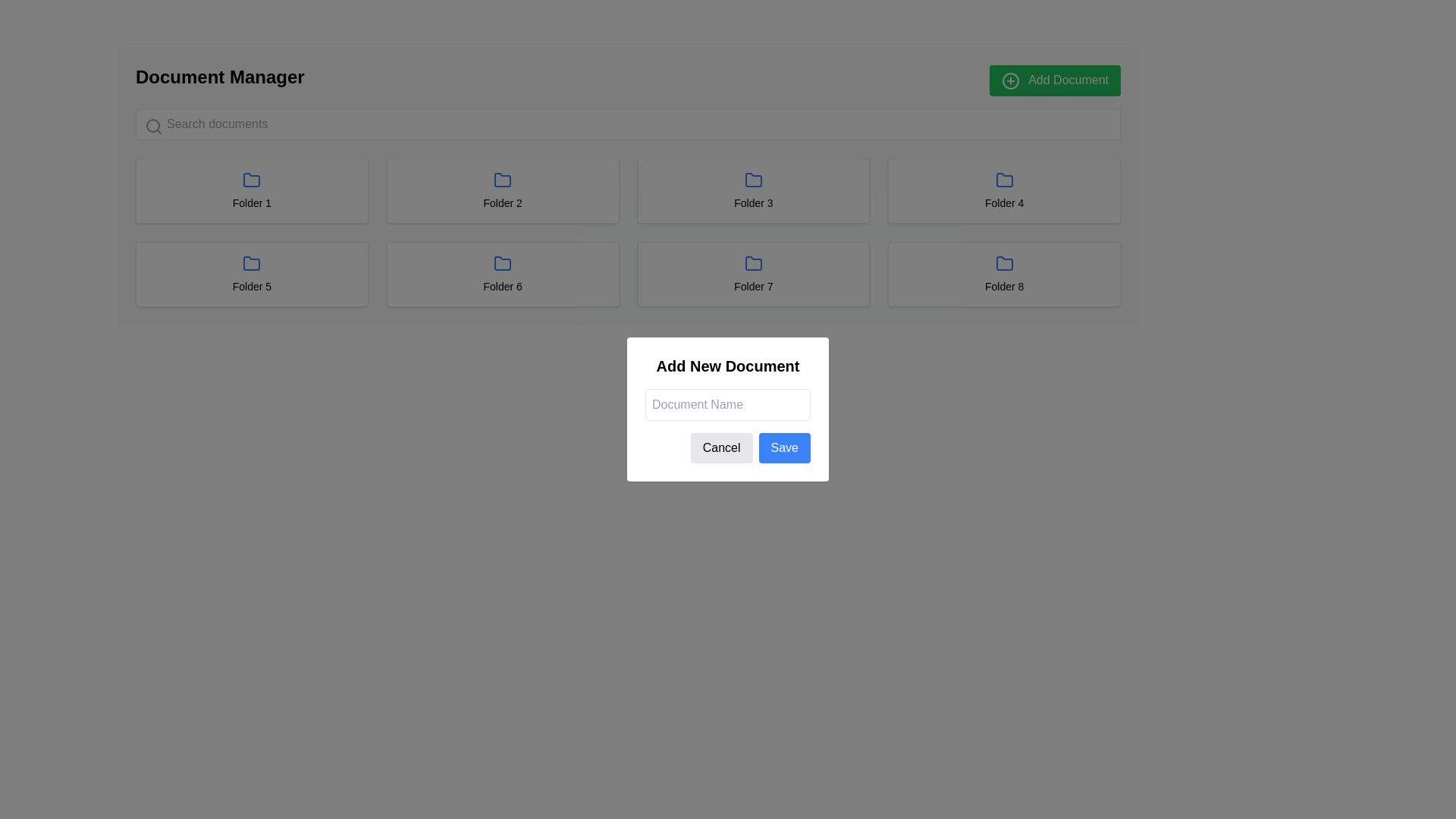  What do you see at coordinates (1004, 202) in the screenshot?
I see `text content of the label describing 'Folder 4', which is located in the upper-right quadrant of the interface, directly beneath a blue folder icon` at bounding box center [1004, 202].